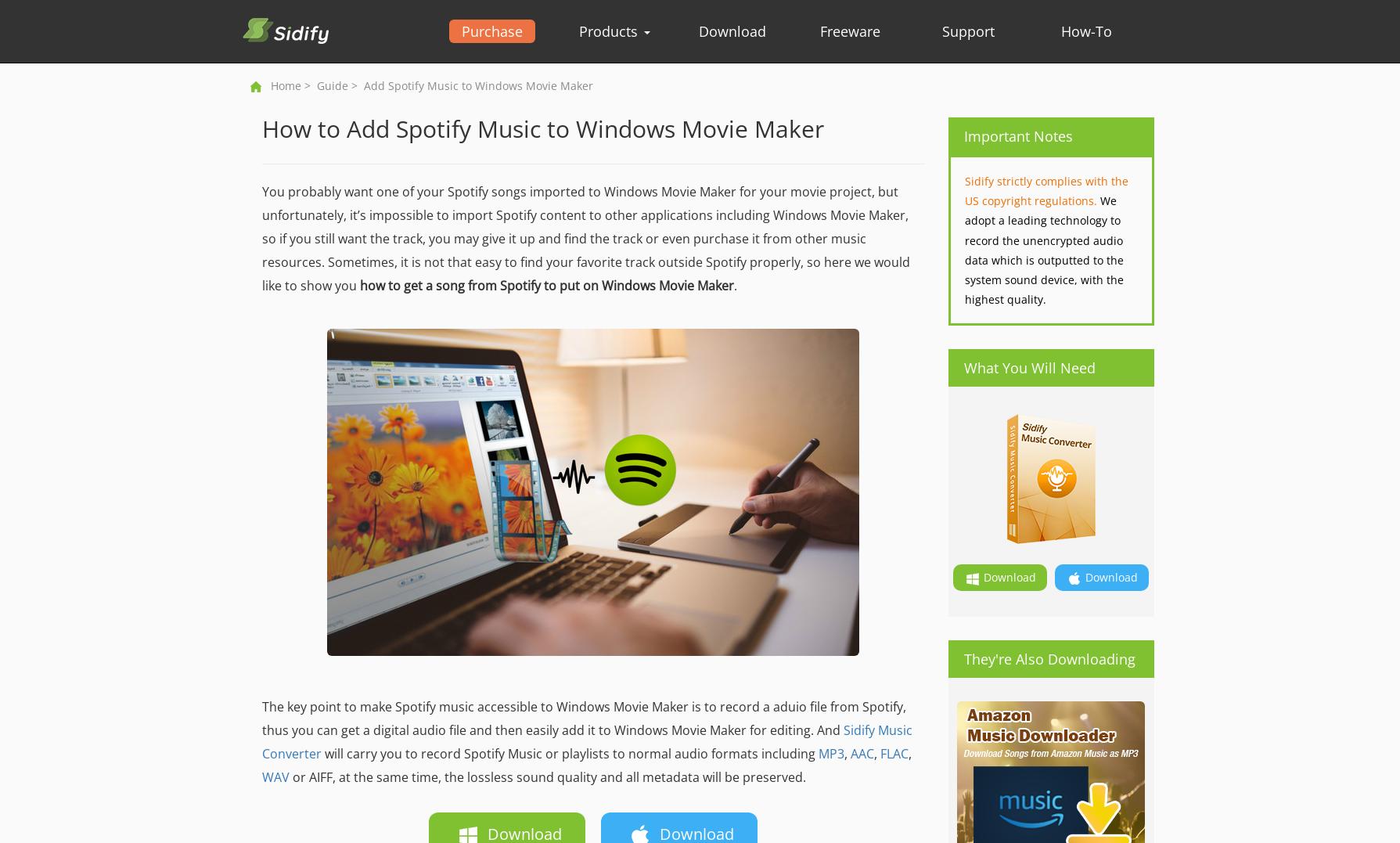 This screenshot has height=843, width=1400. What do you see at coordinates (892, 754) in the screenshot?
I see `'FLAC'` at bounding box center [892, 754].